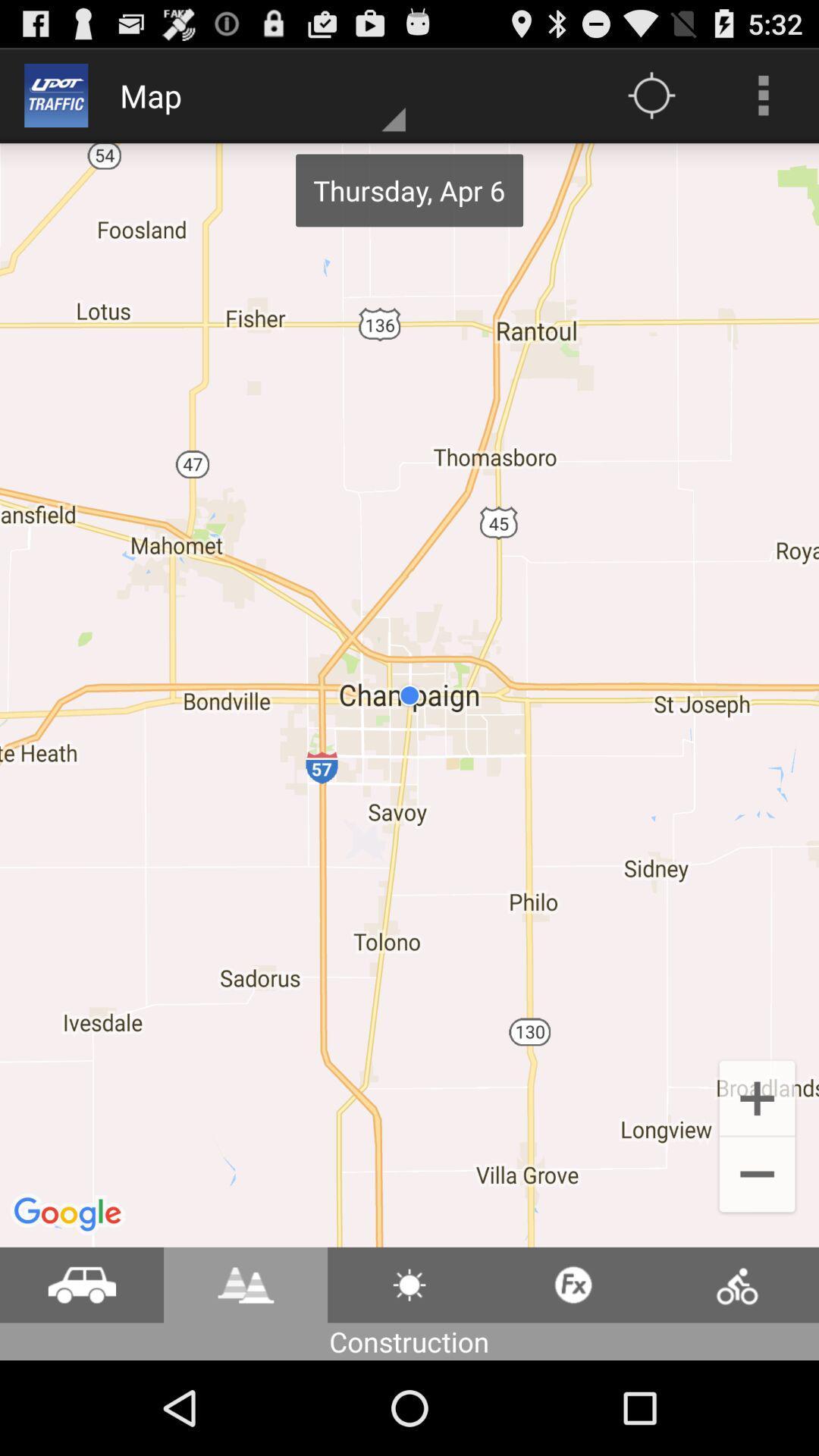 The width and height of the screenshot is (819, 1456). I want to click on road construction activities, so click(245, 1284).